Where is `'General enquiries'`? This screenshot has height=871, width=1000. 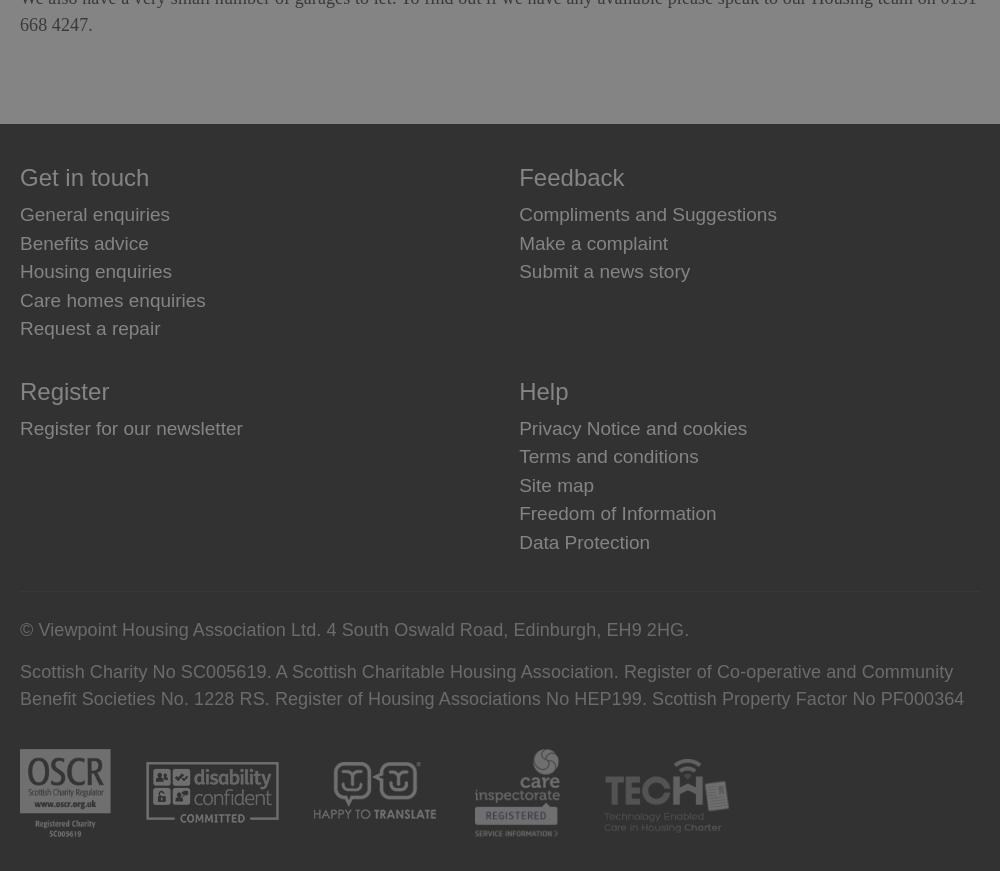 'General enquiries' is located at coordinates (93, 214).